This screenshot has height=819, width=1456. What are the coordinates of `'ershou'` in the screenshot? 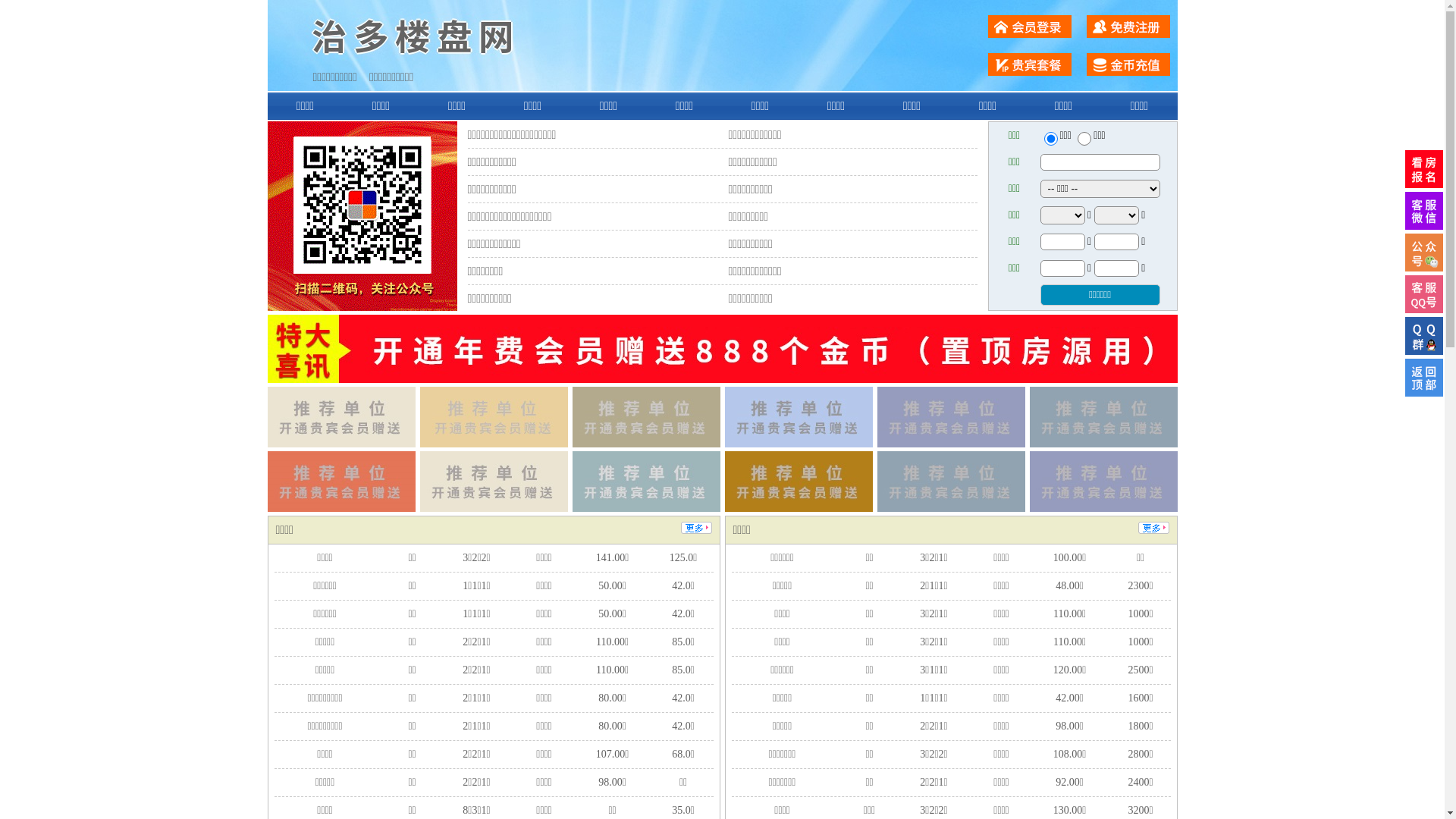 It's located at (1050, 138).